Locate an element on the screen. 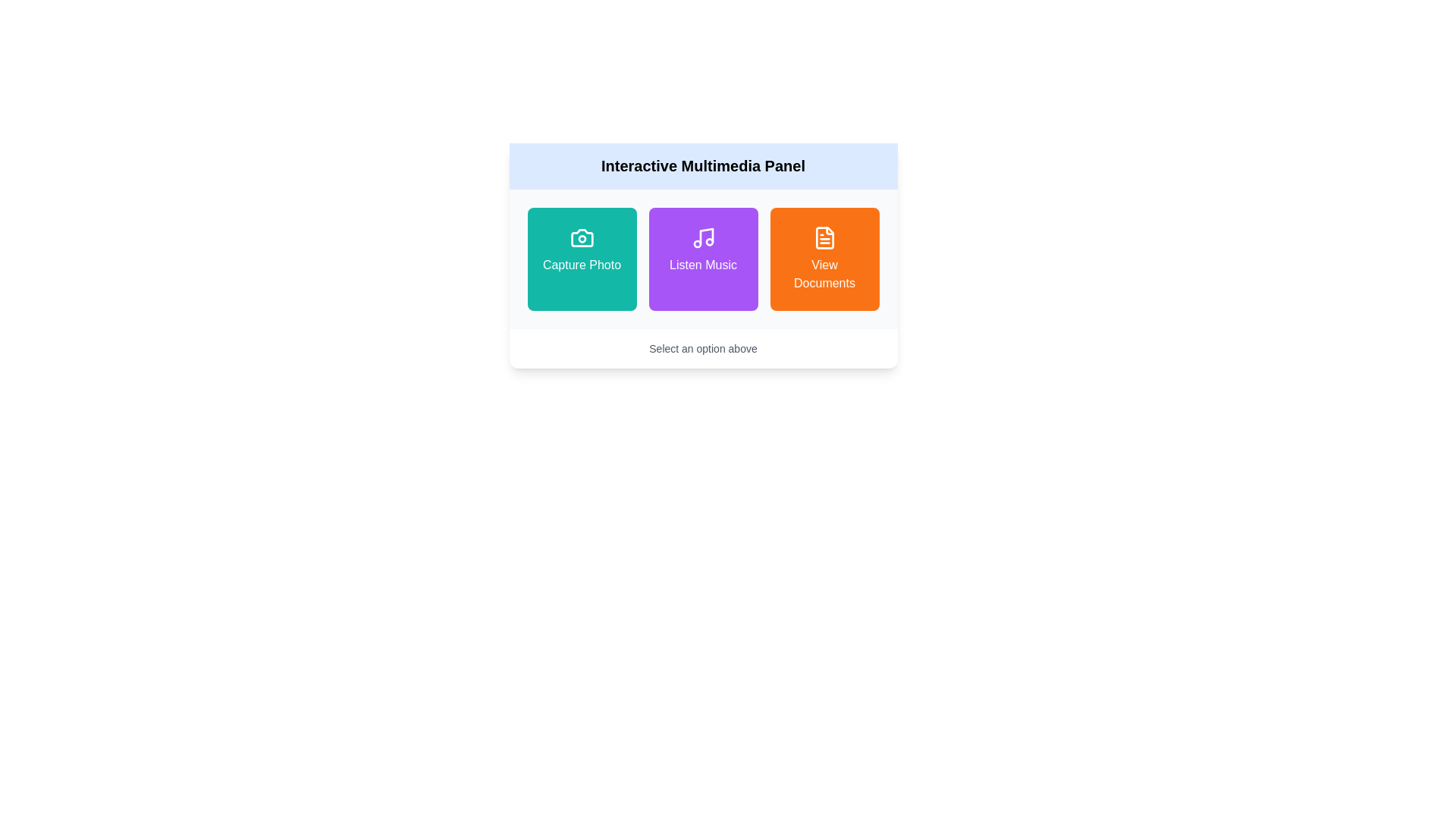  the 'Capture Photo' button with a teal background, white text, and camera icon is located at coordinates (581, 259).